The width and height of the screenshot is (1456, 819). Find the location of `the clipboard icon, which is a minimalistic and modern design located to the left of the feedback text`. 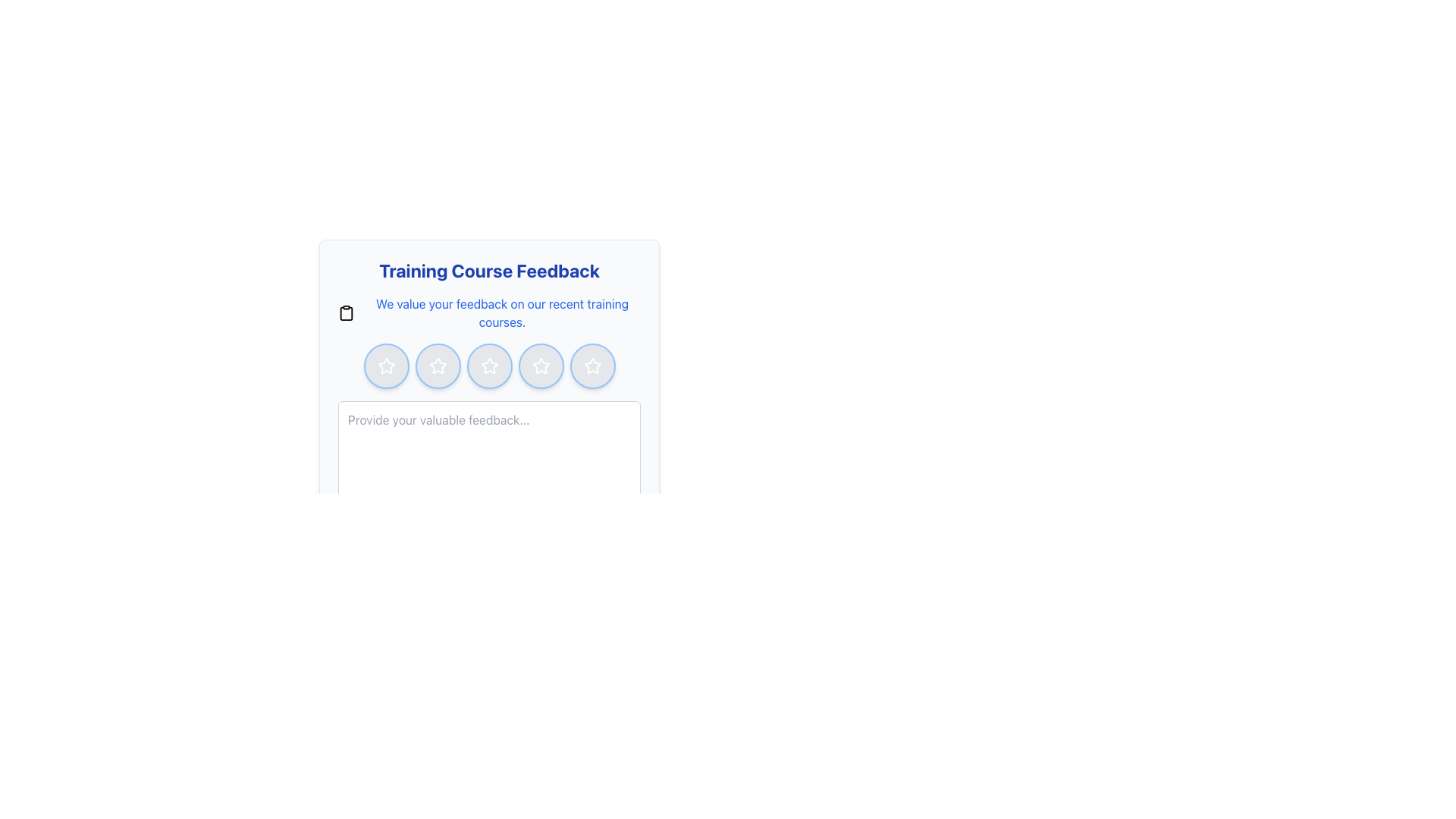

the clipboard icon, which is a minimalistic and modern design located to the left of the feedback text is located at coordinates (345, 312).